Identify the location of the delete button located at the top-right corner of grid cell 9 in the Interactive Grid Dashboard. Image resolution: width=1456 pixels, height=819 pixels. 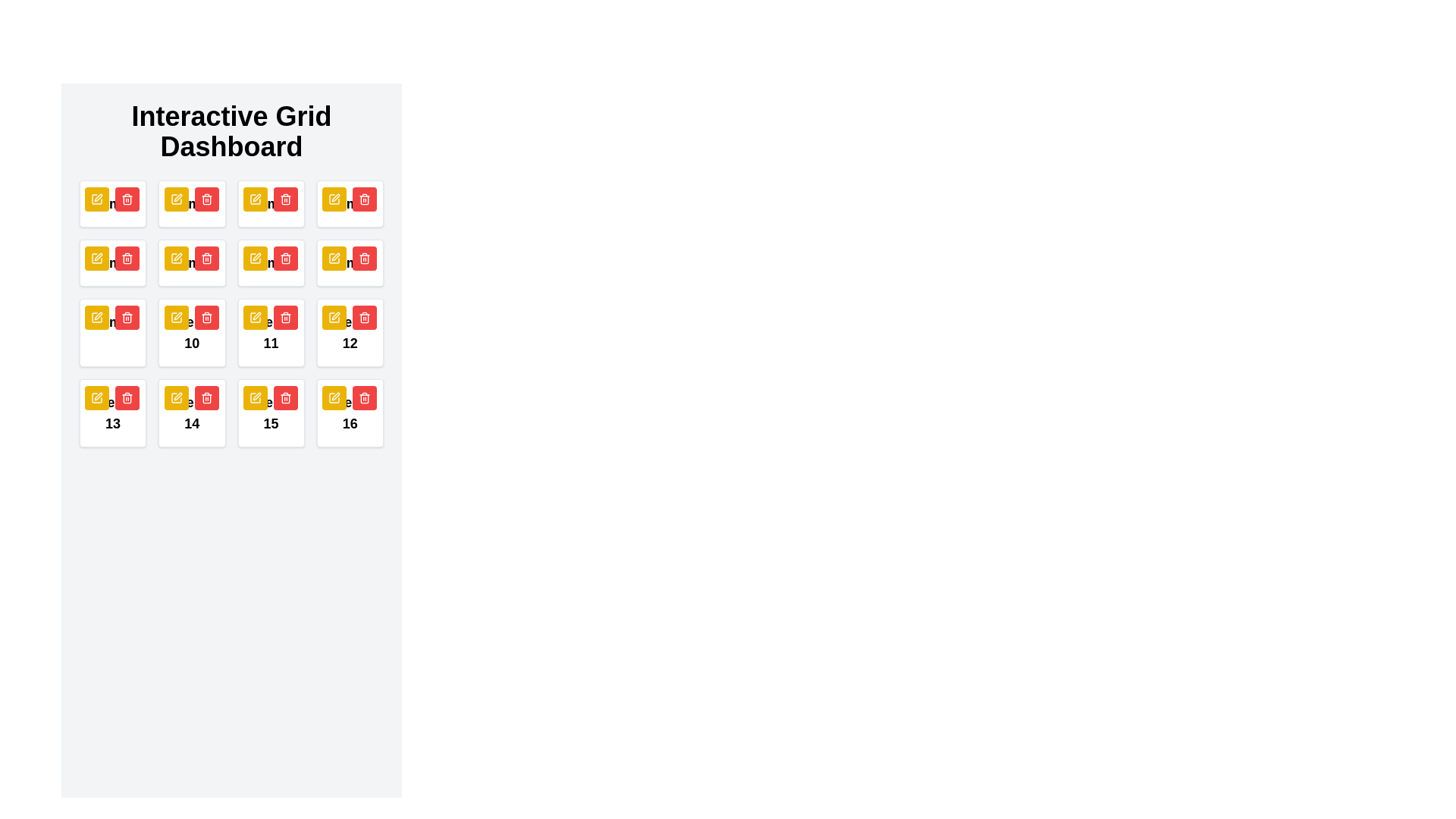
(127, 317).